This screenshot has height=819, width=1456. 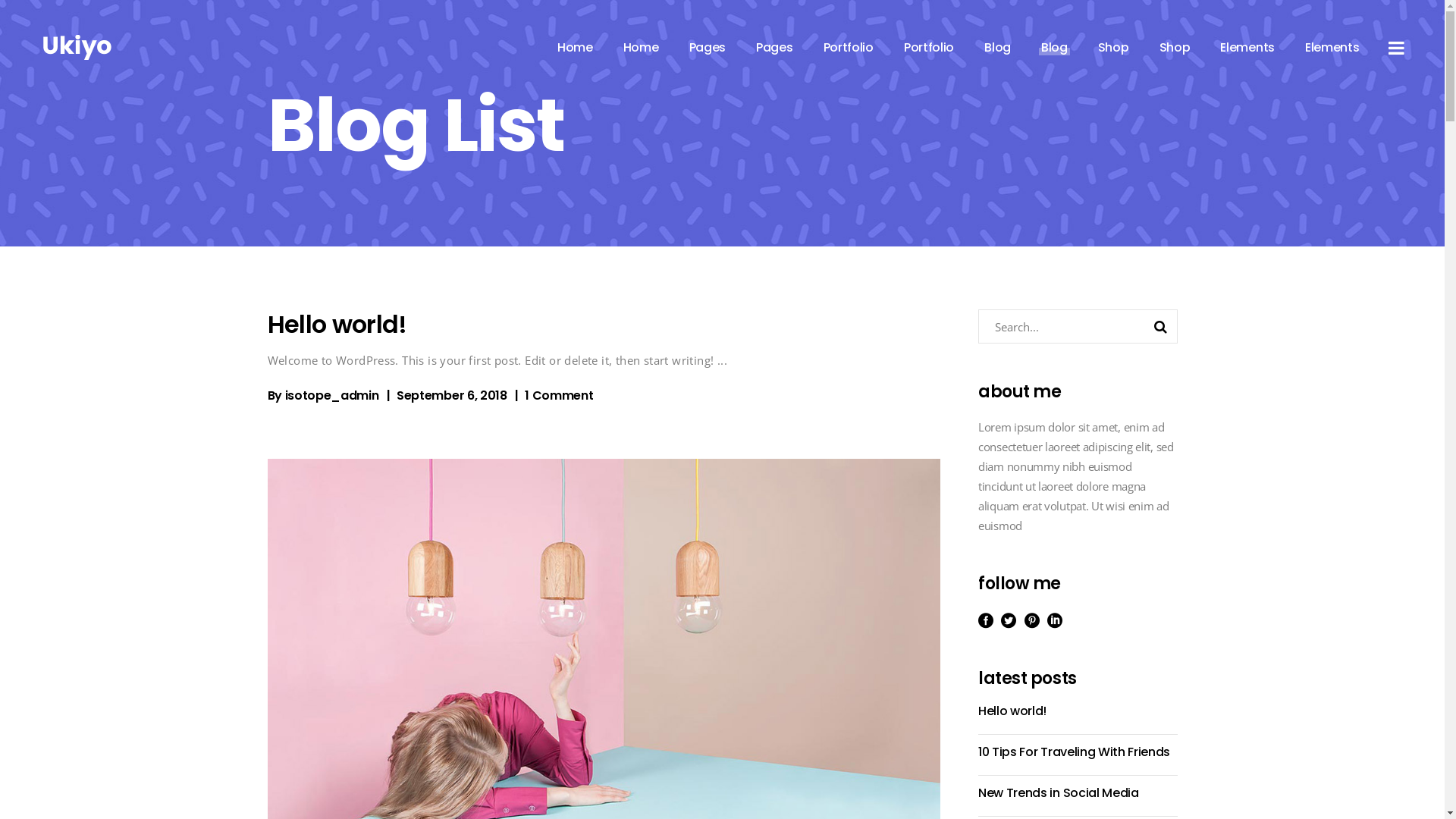 I want to click on 'Home', so click(x=574, y=46).